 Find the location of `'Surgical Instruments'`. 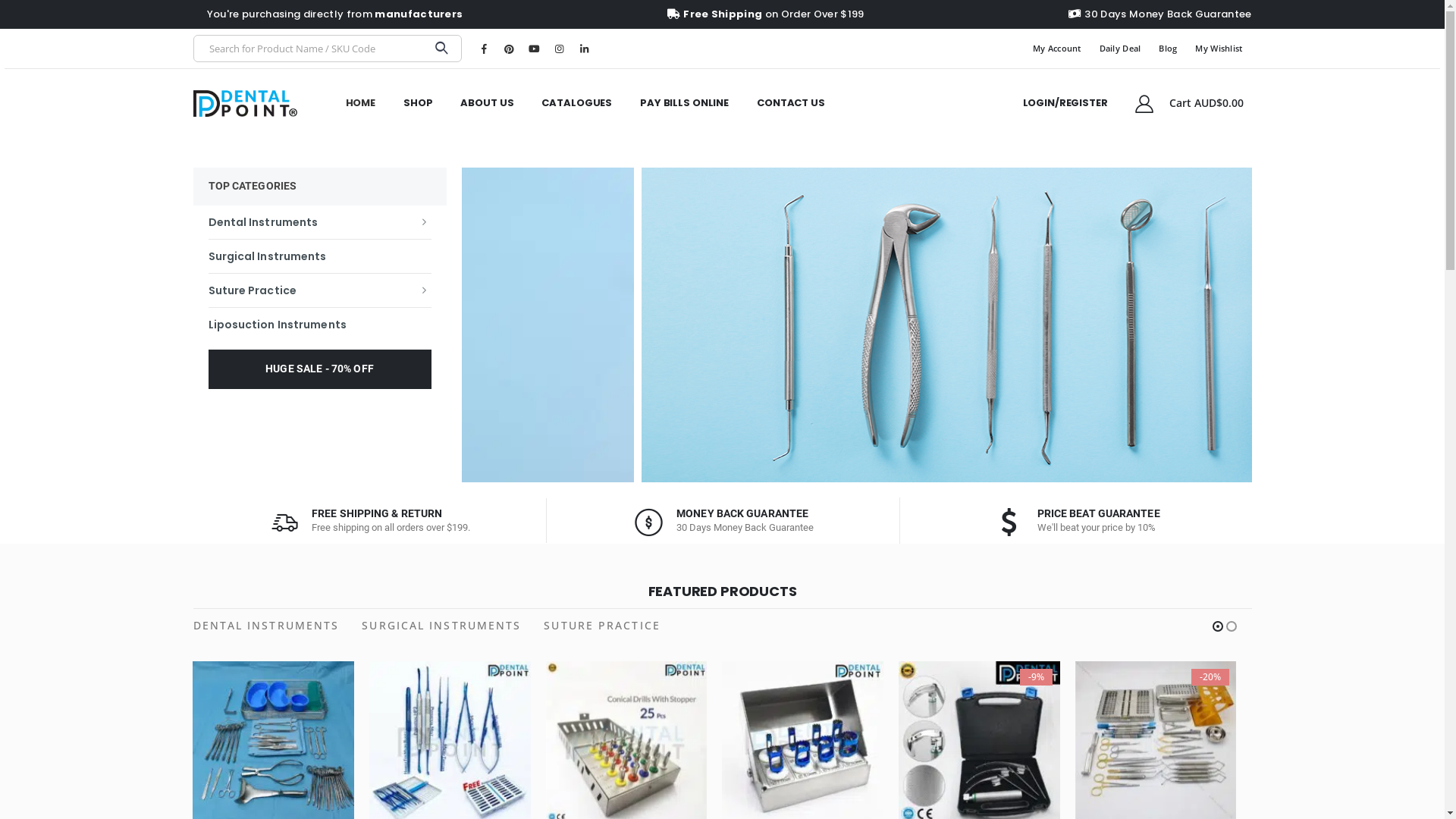

'Surgical Instruments' is located at coordinates (318, 254).